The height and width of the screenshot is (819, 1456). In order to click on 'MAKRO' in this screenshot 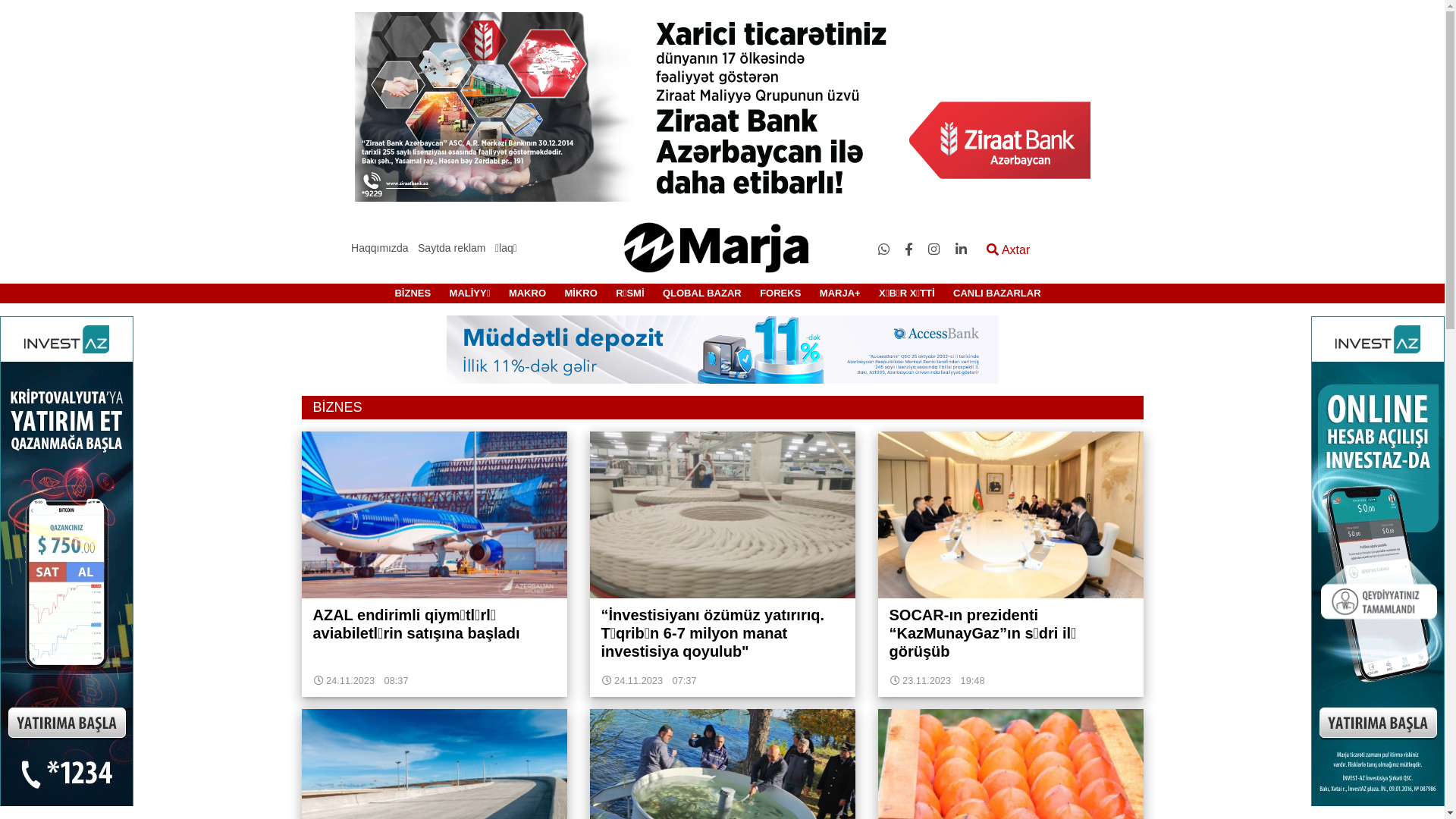, I will do `click(527, 293)`.